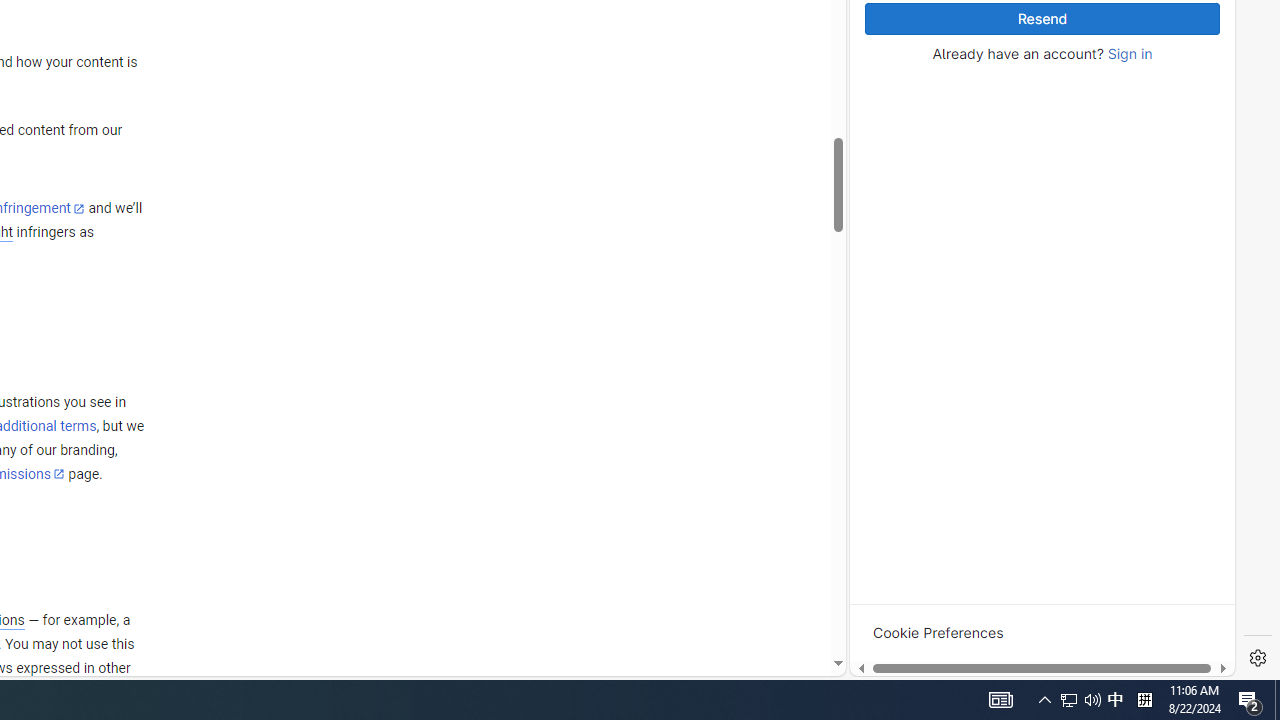 The height and width of the screenshot is (720, 1280). What do you see at coordinates (1041, 19) in the screenshot?
I see `'Resend'` at bounding box center [1041, 19].